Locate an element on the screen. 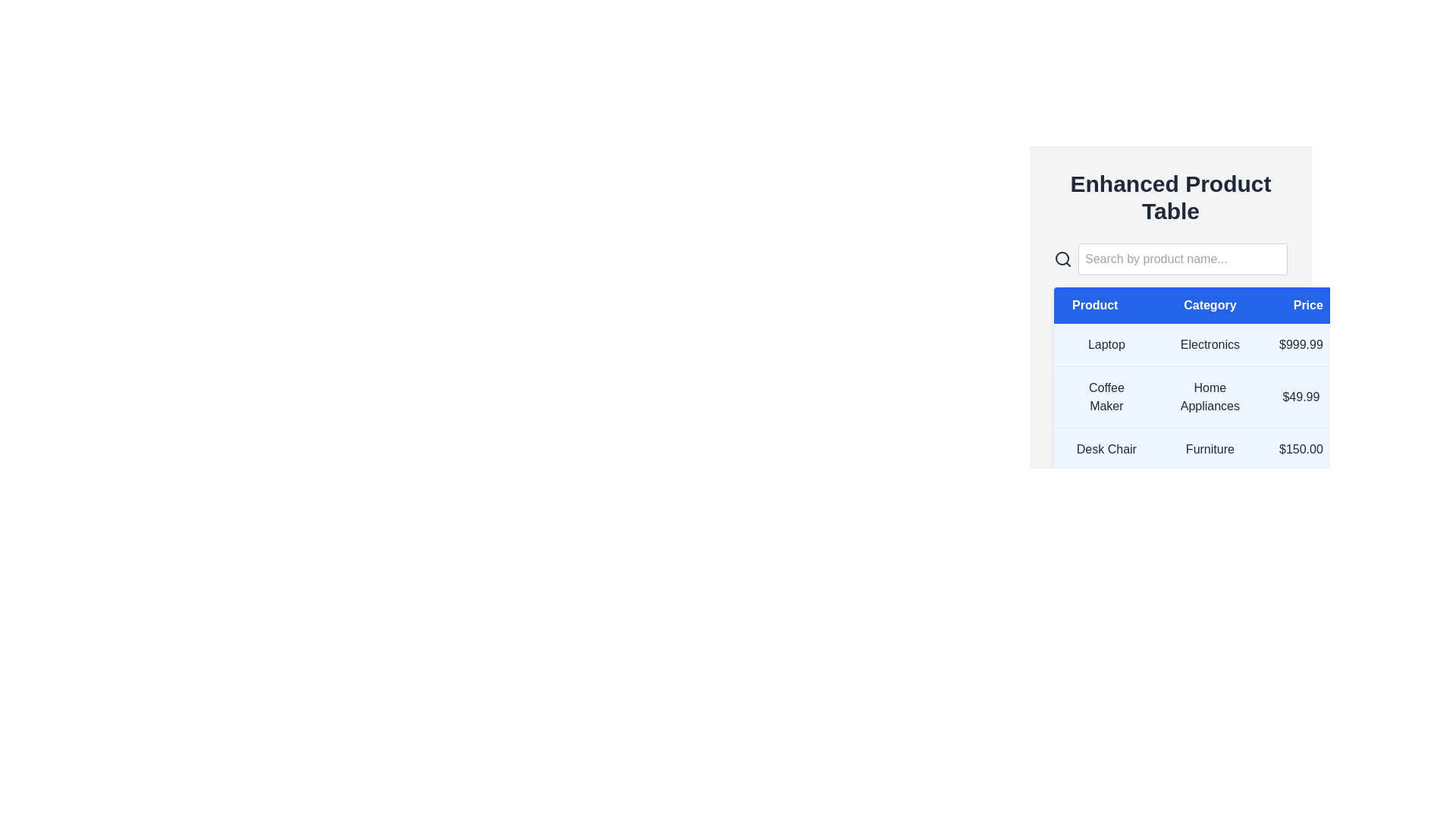 This screenshot has width=1456, height=819. text 'Desk Chair' displayed in the static text element within the first cell of the 'Product' column in the table is located at coordinates (1106, 449).